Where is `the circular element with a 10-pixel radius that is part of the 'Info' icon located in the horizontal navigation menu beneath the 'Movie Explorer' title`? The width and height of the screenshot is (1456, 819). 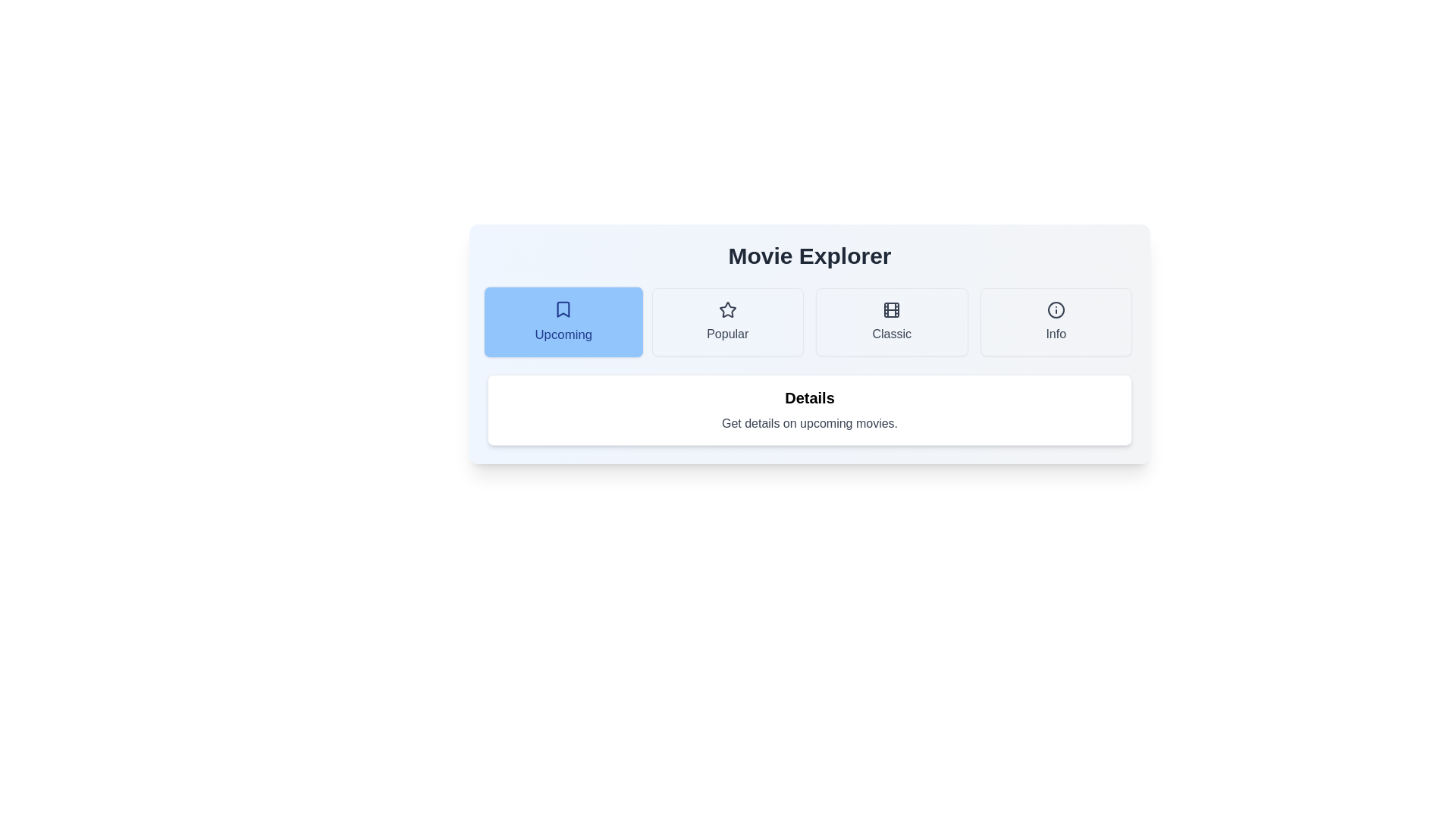
the circular element with a 10-pixel radius that is part of the 'Info' icon located in the horizontal navigation menu beneath the 'Movie Explorer' title is located at coordinates (1055, 309).